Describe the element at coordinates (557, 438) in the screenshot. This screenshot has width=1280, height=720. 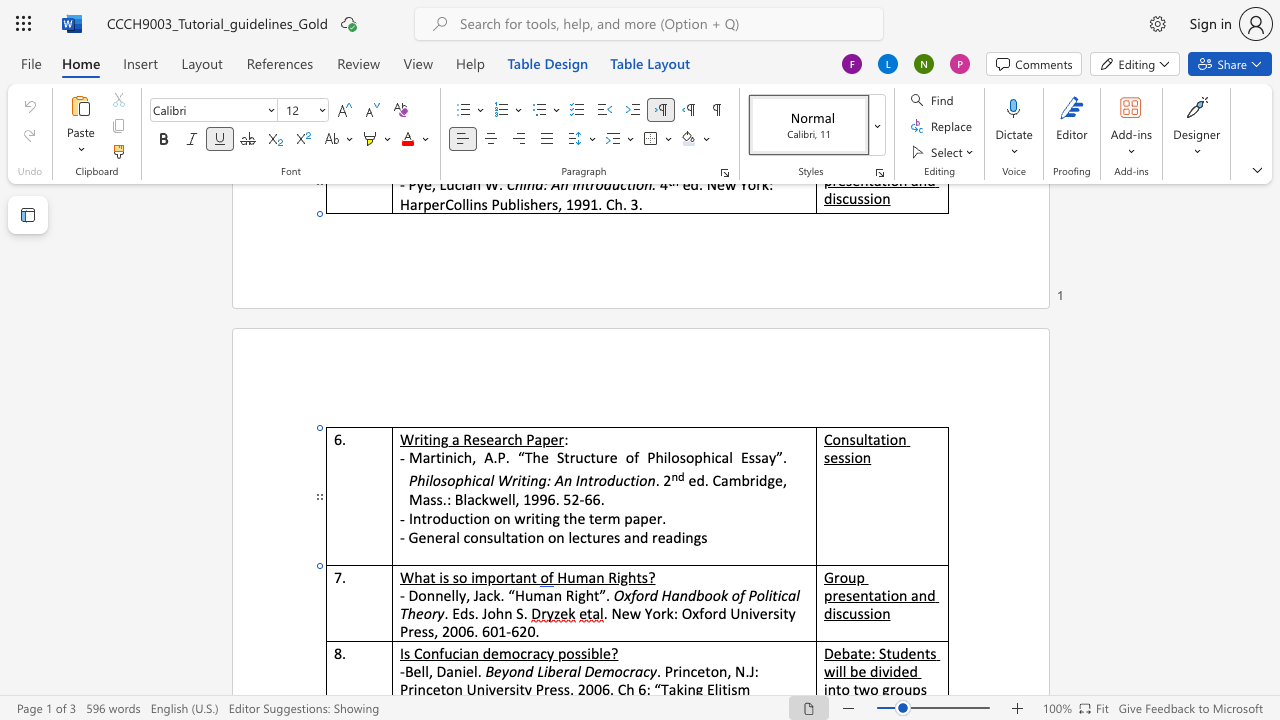
I see `the space between the continuous character "e" and "r" in the text` at that location.